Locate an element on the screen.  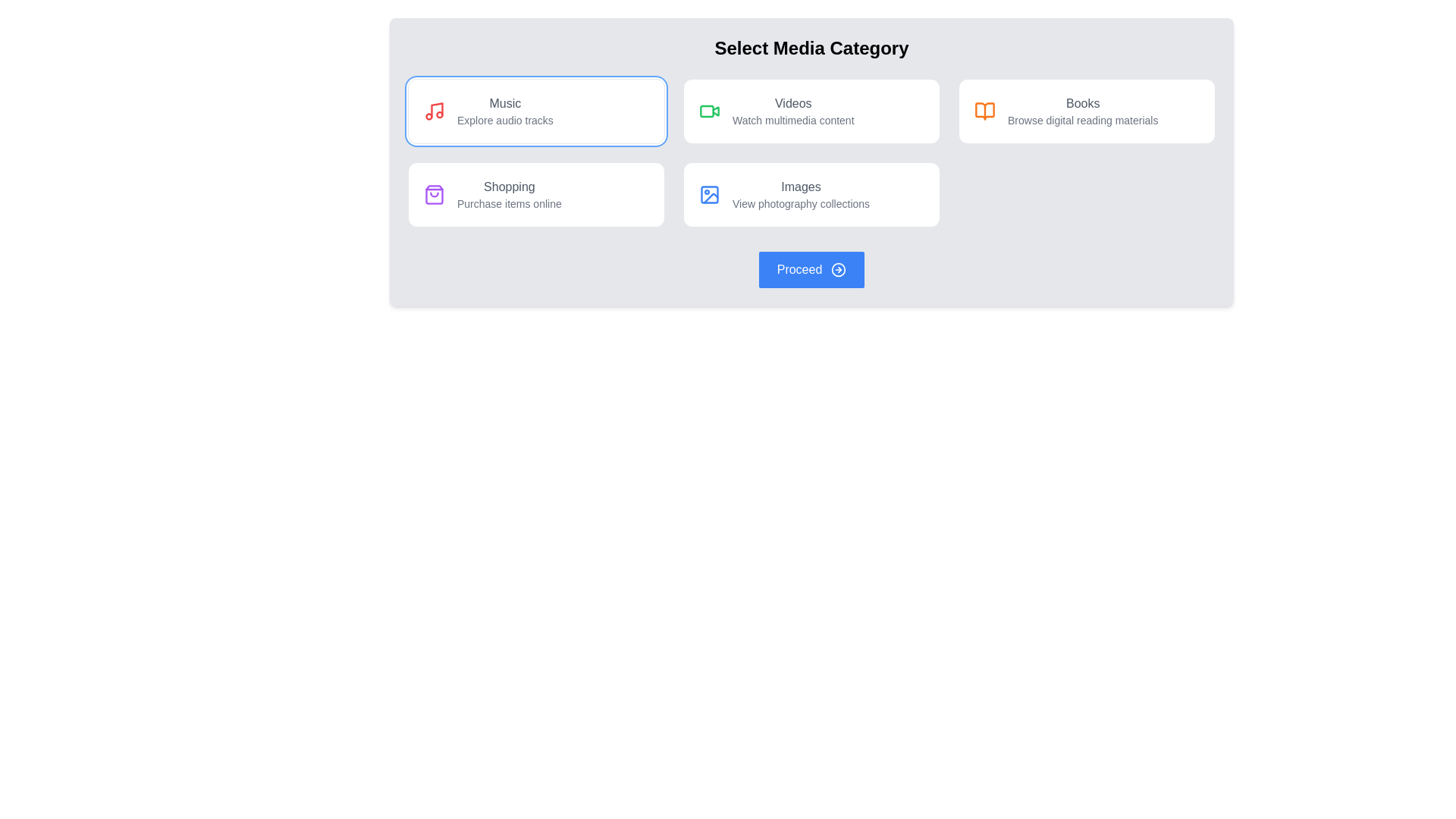
the 'Books' text label which serves as the title for the Books category and provides a clickable target for navigation is located at coordinates (1082, 103).